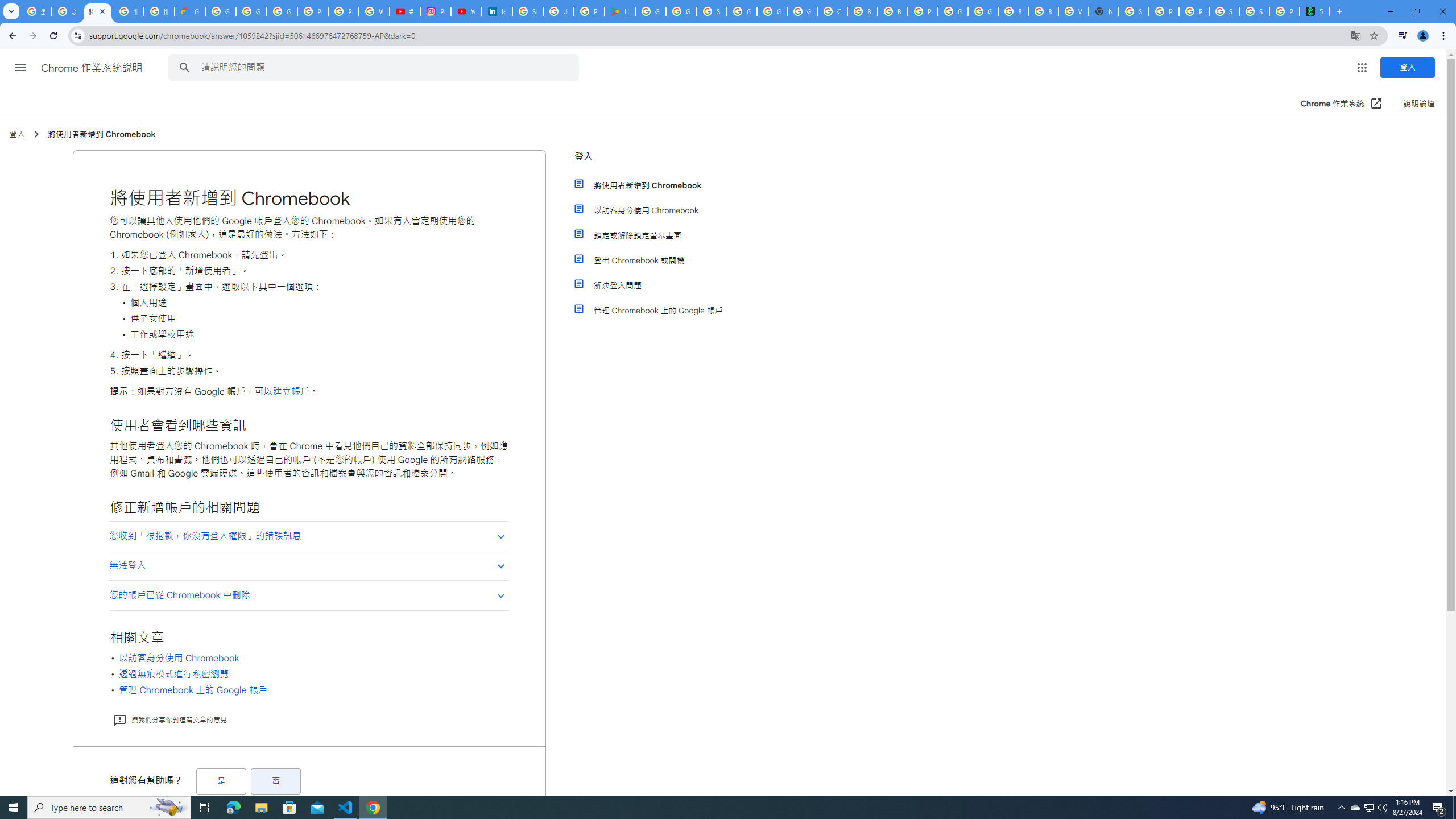 This screenshot has width=1456, height=819. What do you see at coordinates (619, 11) in the screenshot?
I see `'Last Shelter: Survival - Apps on Google Play'` at bounding box center [619, 11].